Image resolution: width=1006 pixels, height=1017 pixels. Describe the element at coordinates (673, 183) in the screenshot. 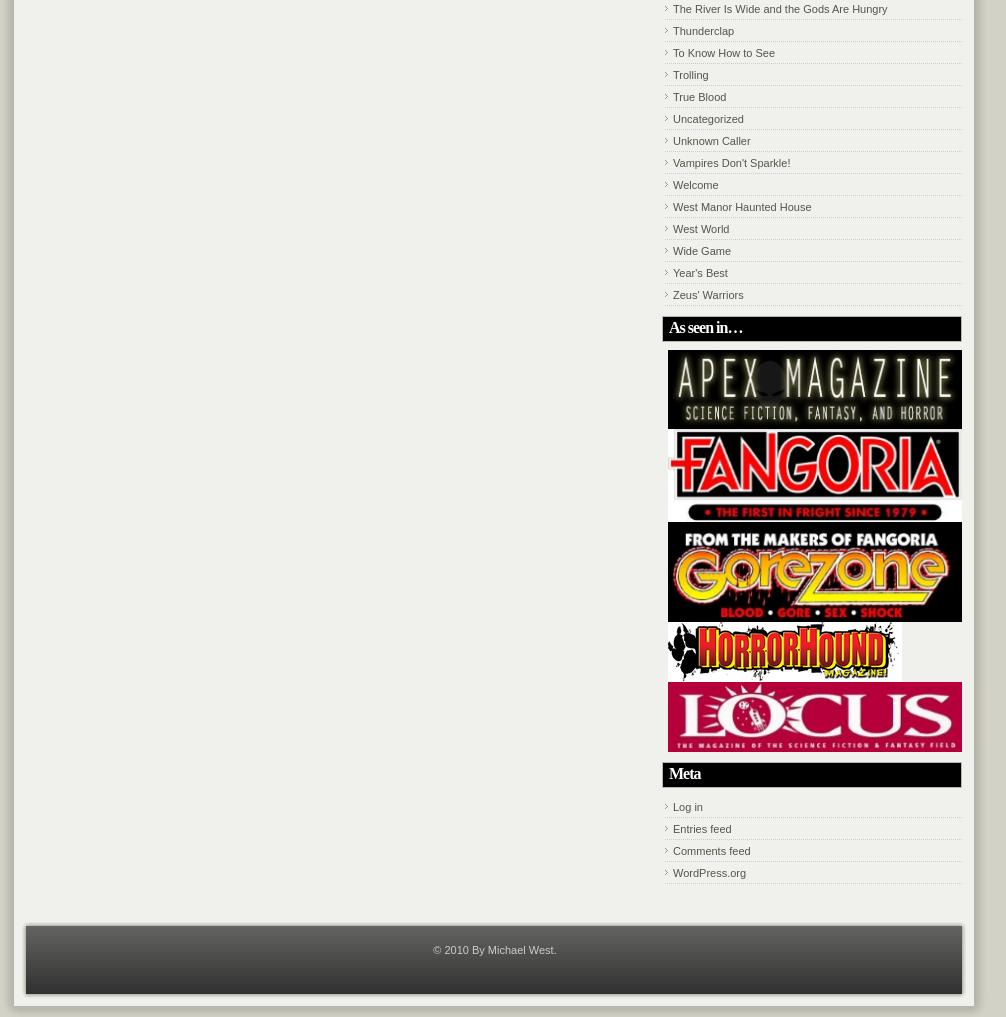

I see `'Welcome'` at that location.